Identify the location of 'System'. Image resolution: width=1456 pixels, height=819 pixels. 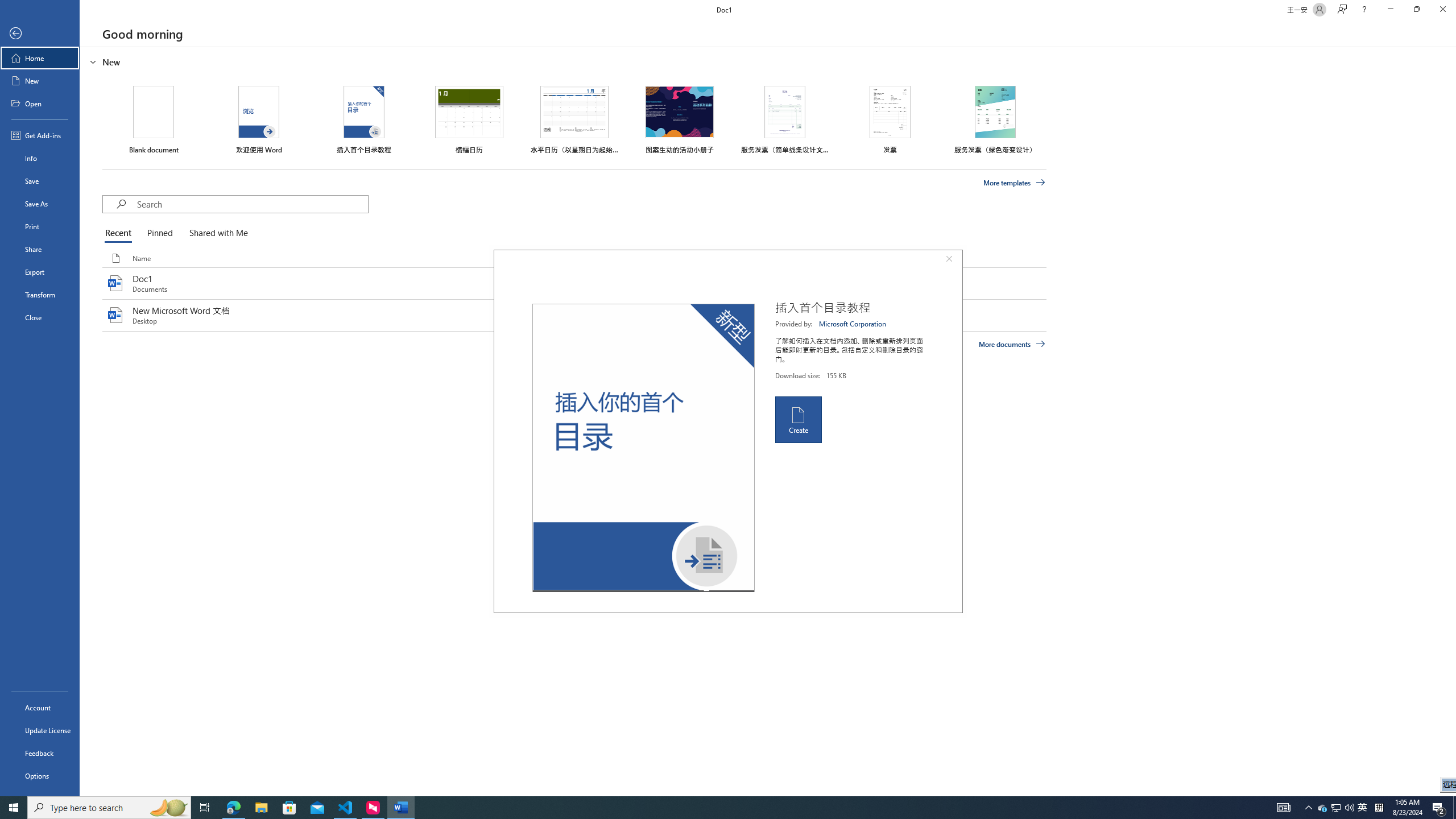
(6, 5).